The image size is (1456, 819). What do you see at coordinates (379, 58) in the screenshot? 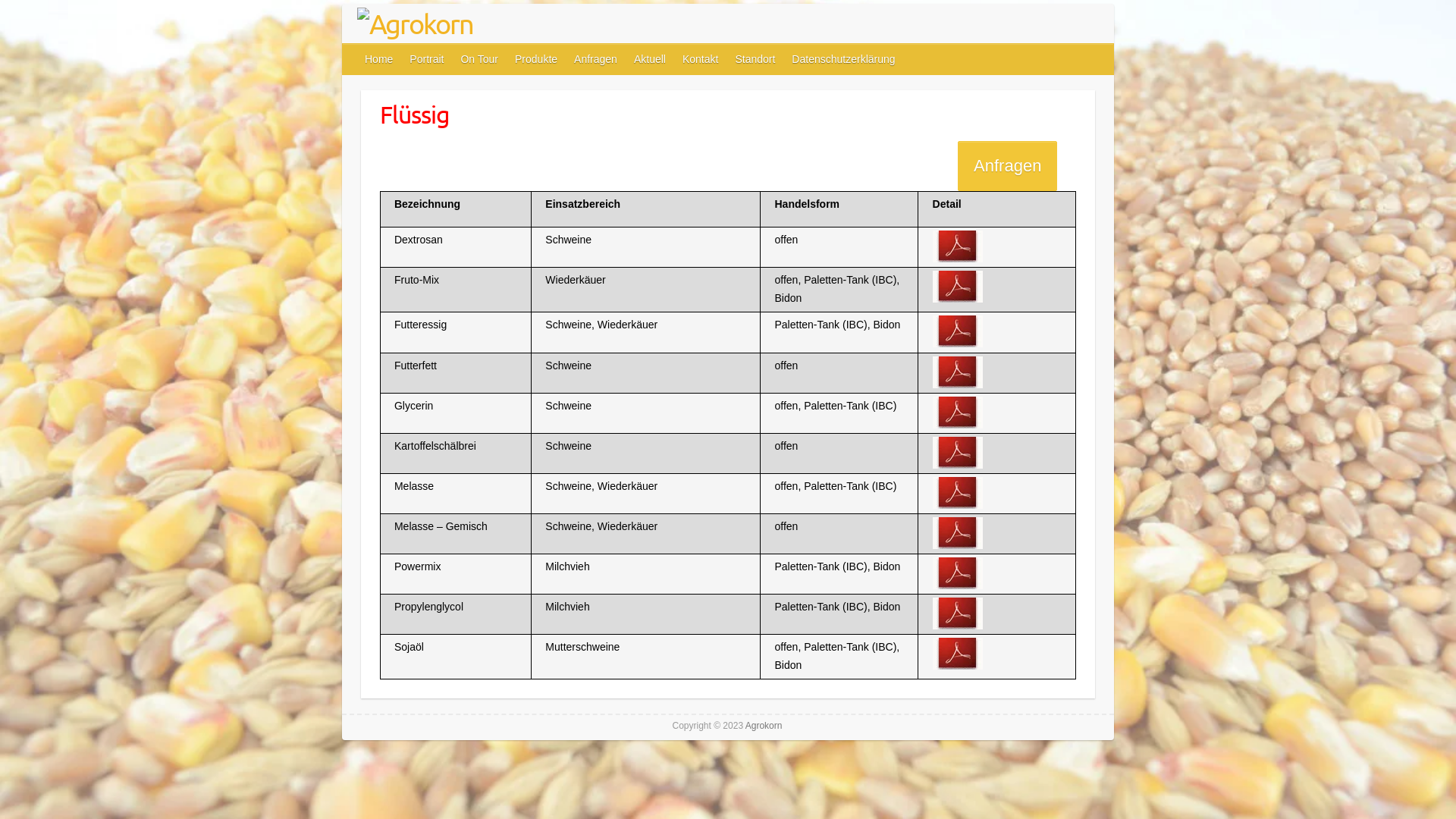
I see `'Home'` at bounding box center [379, 58].